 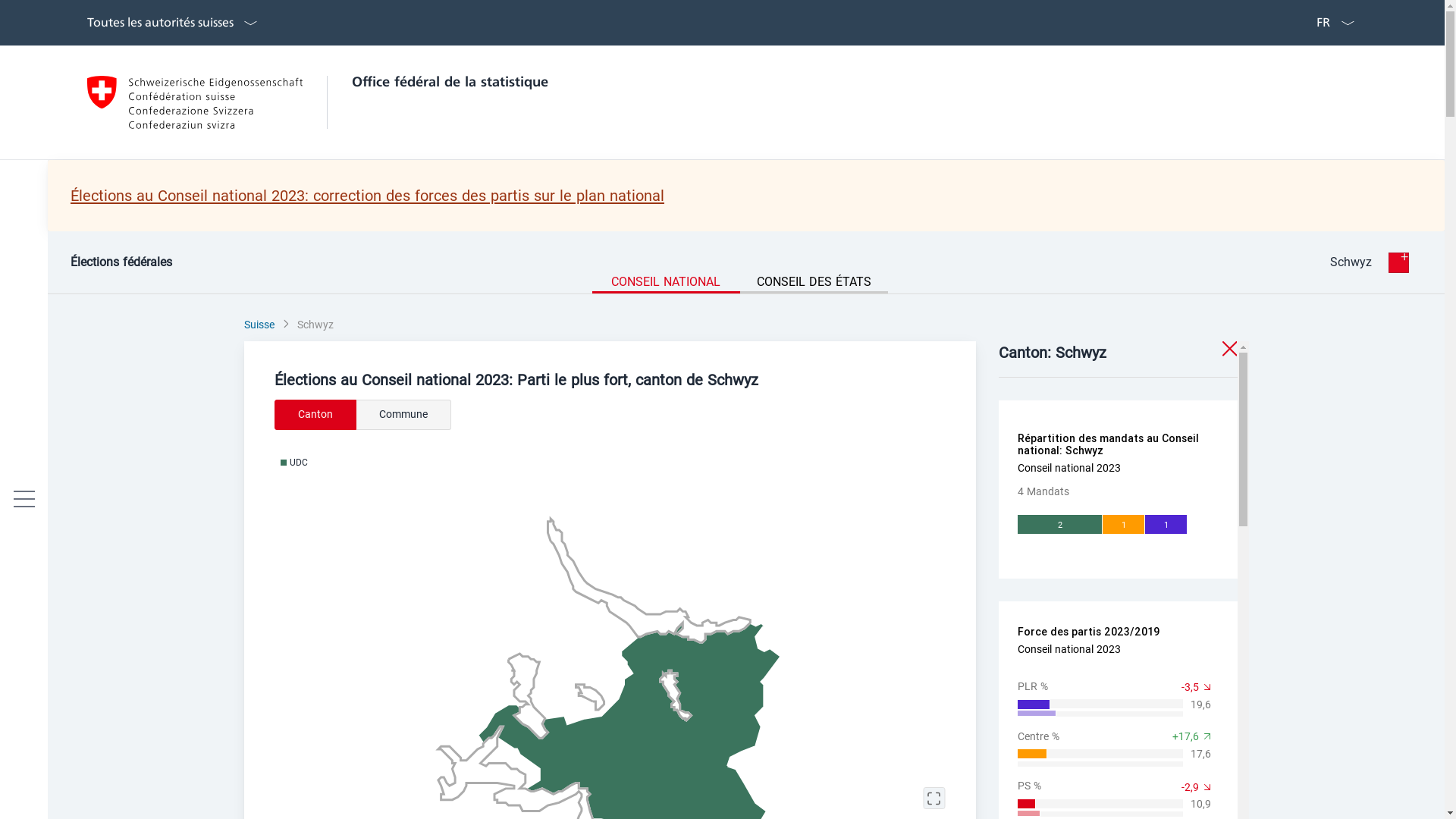 I want to click on 'Suisse', so click(x=259, y=324).